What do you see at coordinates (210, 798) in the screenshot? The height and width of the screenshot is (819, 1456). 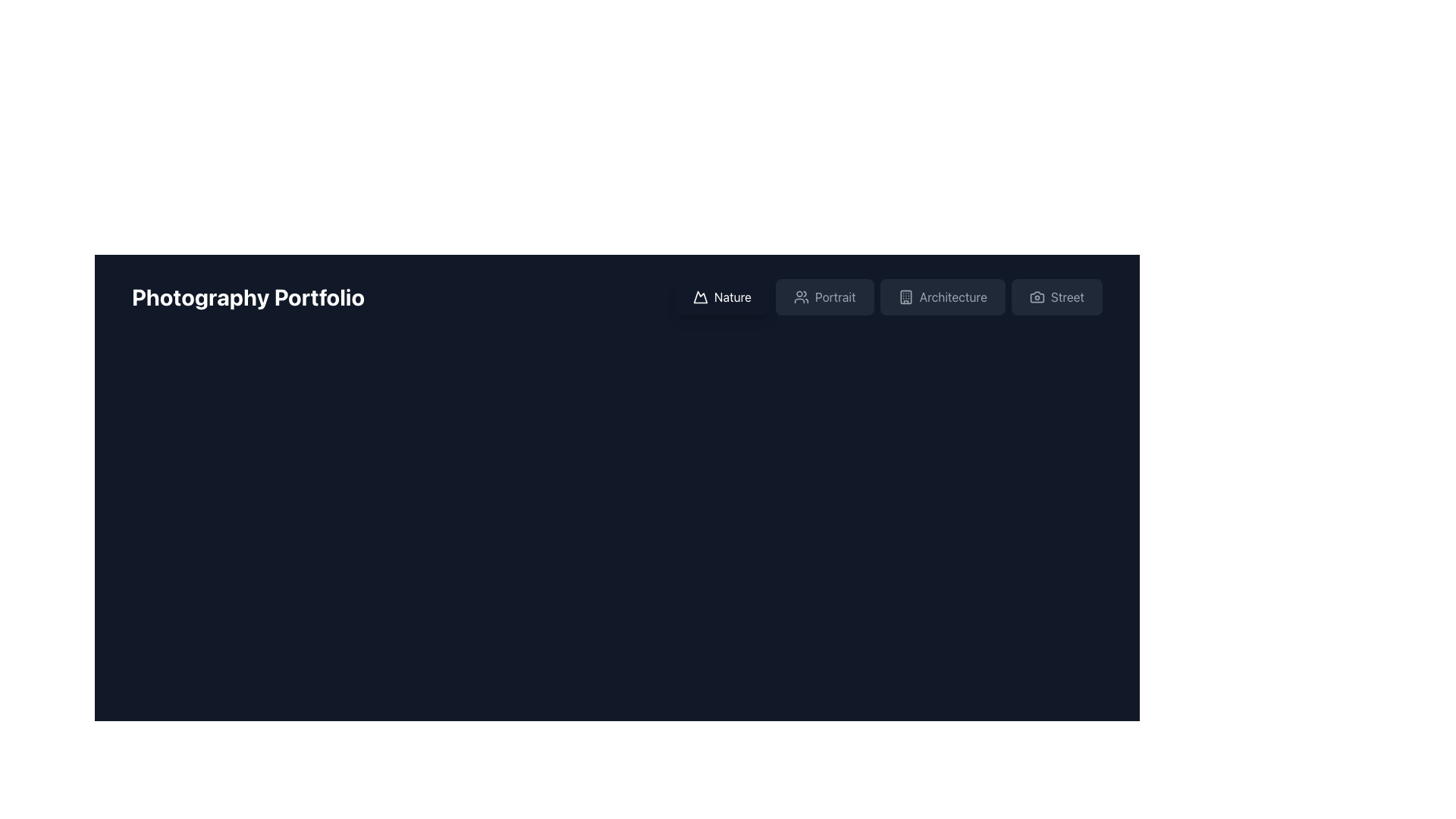 I see `the text displaying the view count indicated by the eye icon, which is the third item in a horizontal group of indicators at the bottom right of the interface` at bounding box center [210, 798].